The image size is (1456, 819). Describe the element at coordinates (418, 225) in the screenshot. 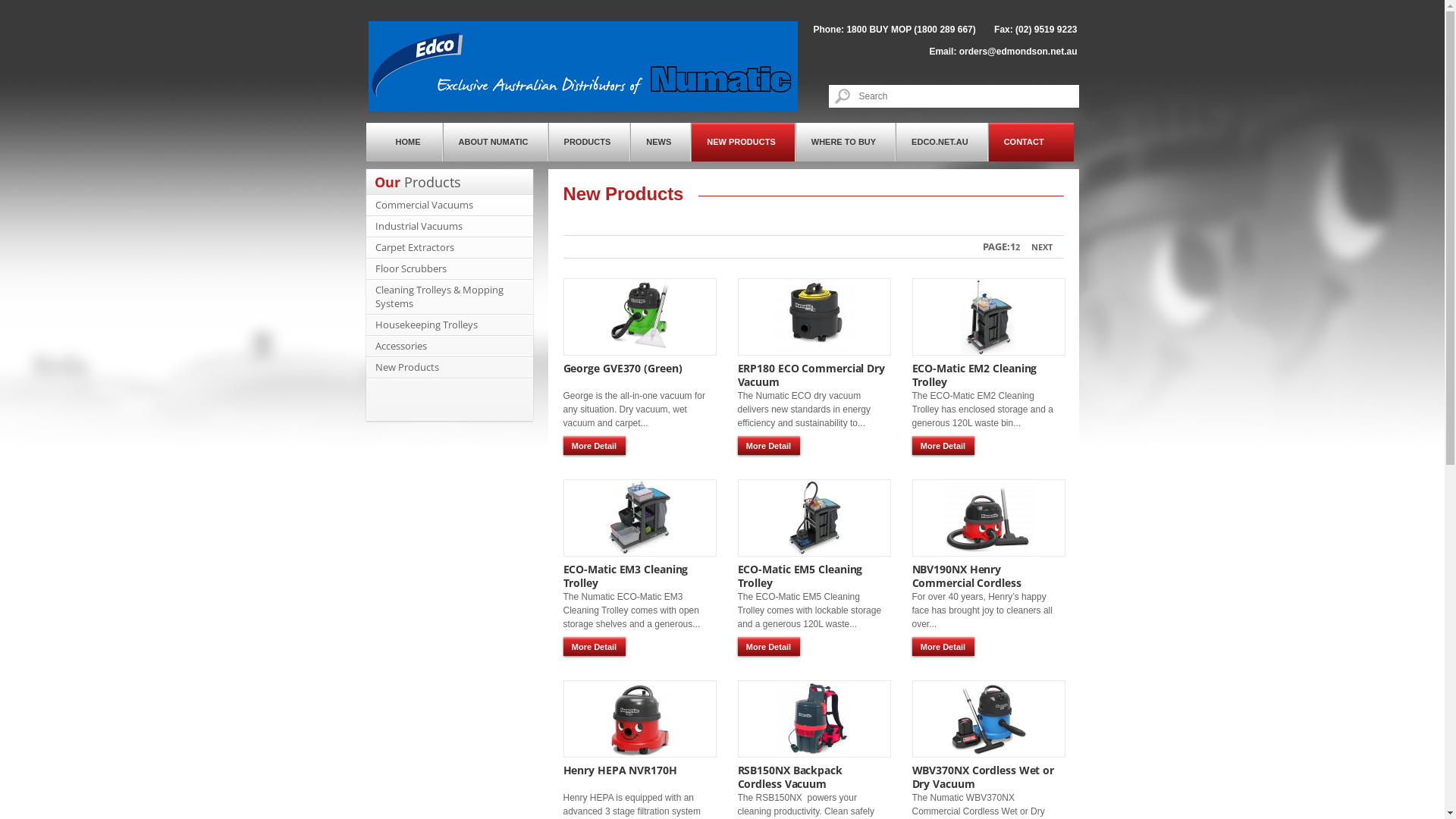

I see `'Industrial Vacuums'` at that location.